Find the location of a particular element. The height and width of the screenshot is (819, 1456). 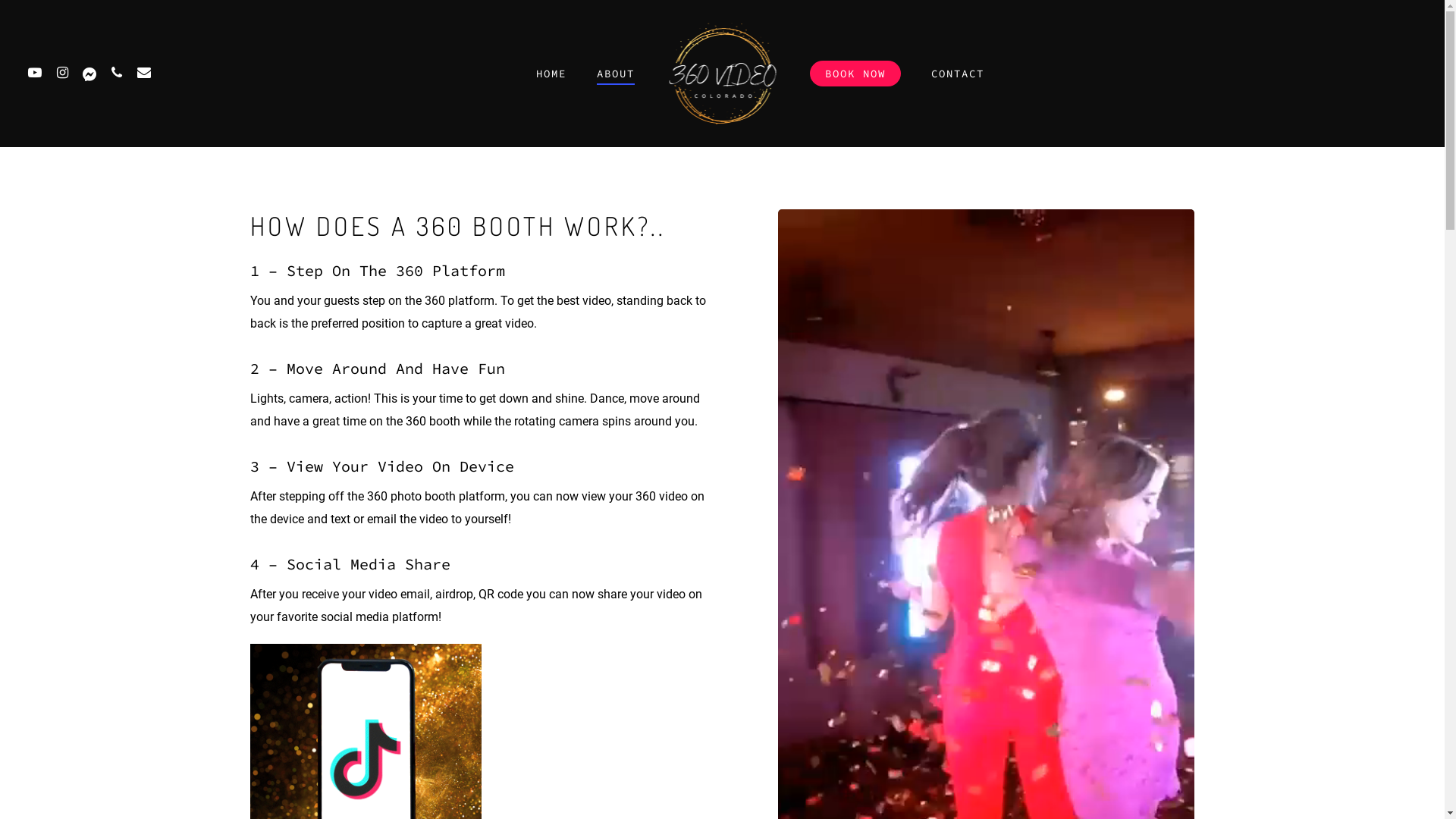

'EMAIL' is located at coordinates (144, 73).